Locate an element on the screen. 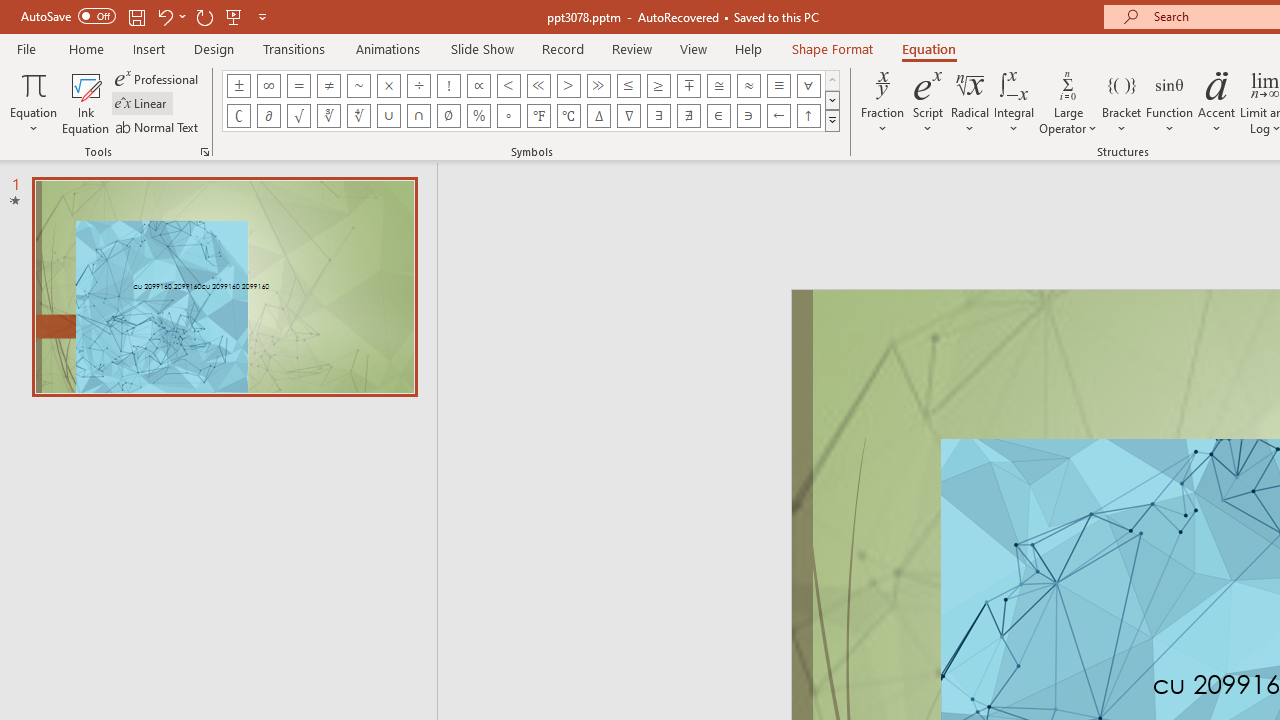 Image resolution: width=1280 pixels, height=720 pixels. 'Equation Symbol Minus Plus' is located at coordinates (689, 85).